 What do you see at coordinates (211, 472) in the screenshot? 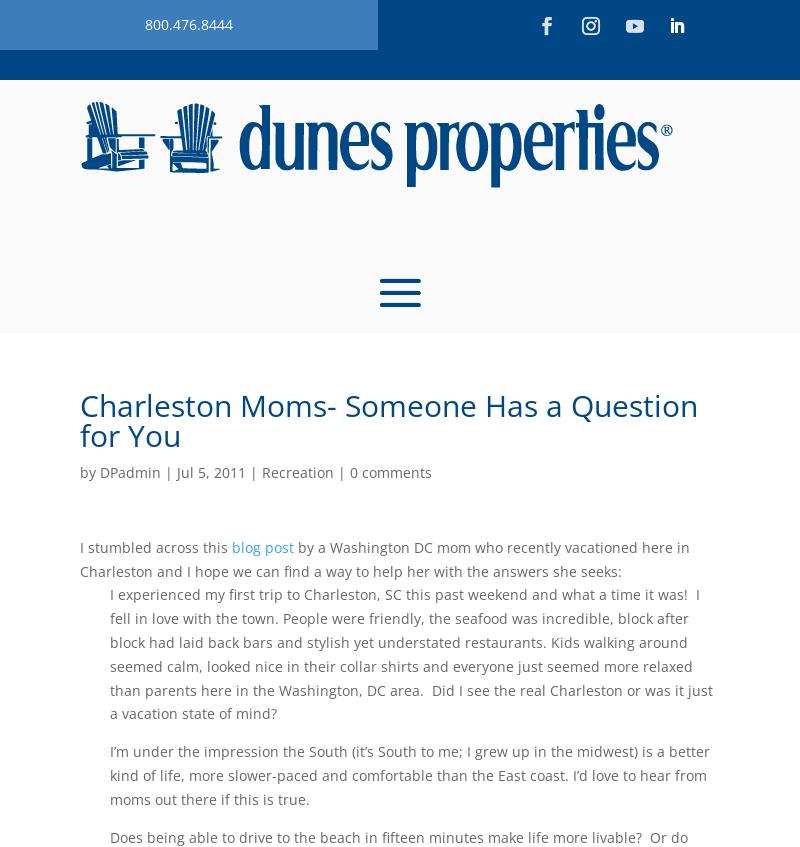
I see `'Jul 5, 2011'` at bounding box center [211, 472].